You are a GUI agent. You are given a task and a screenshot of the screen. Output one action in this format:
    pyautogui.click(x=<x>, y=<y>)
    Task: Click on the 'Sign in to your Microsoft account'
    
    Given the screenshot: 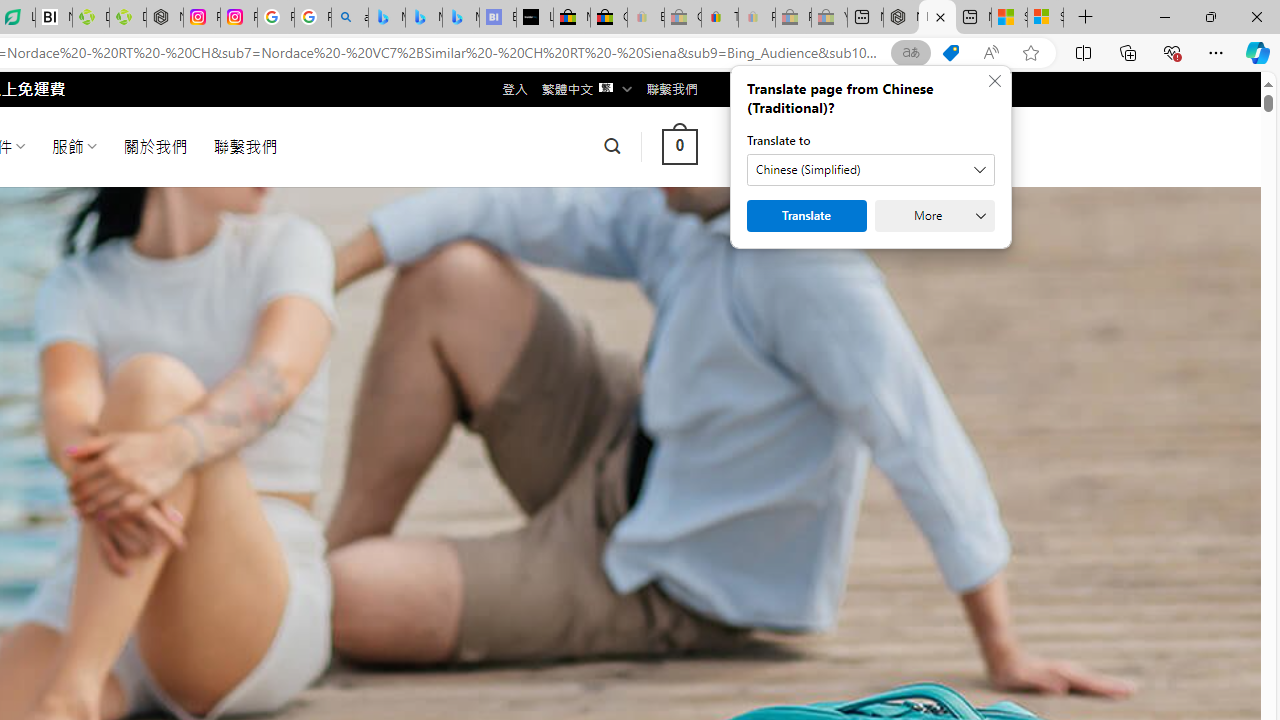 What is the action you would take?
    pyautogui.click(x=1044, y=17)
    